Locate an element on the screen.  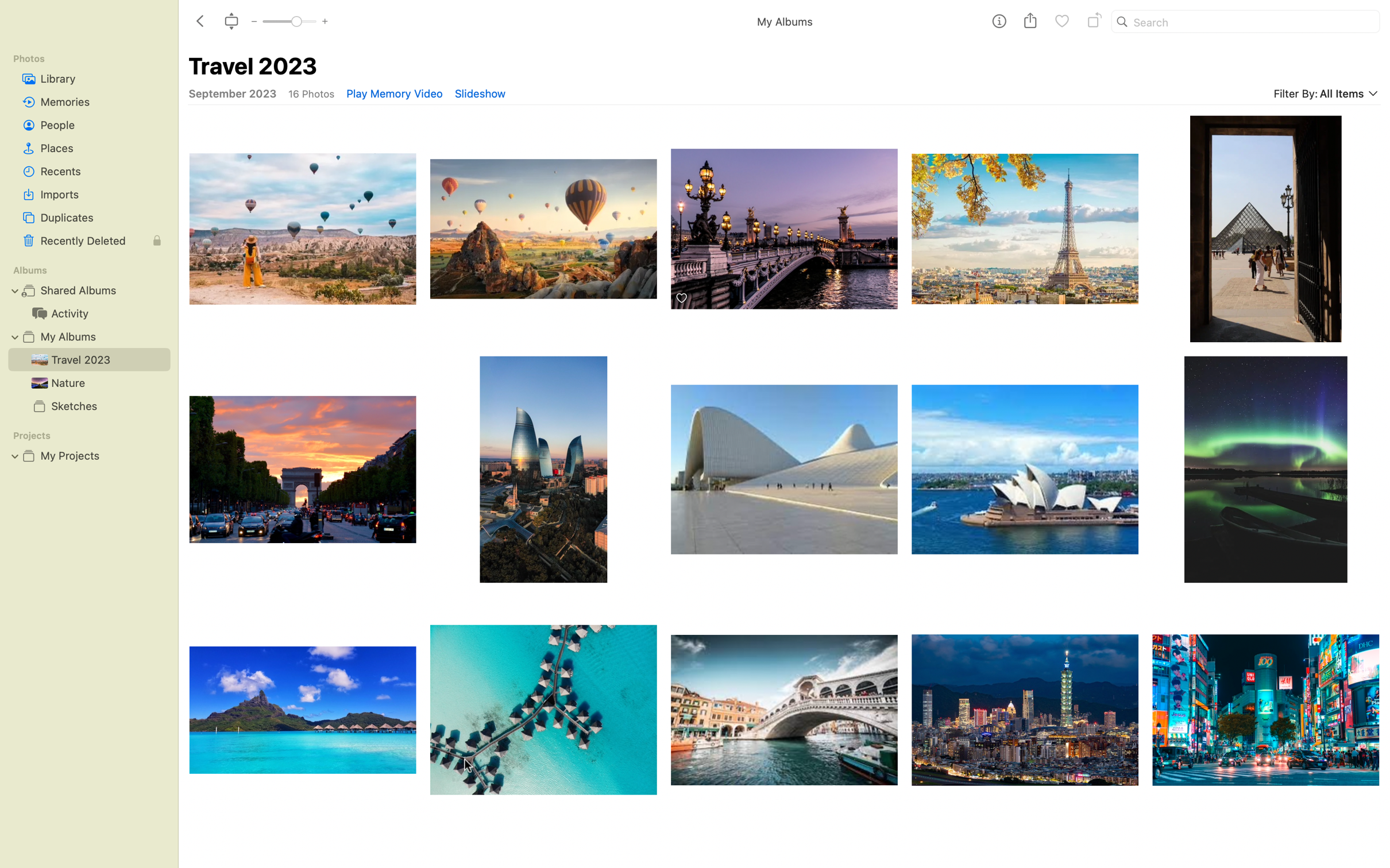
the second photo featuring hot air balloons is located at coordinates (543, 222).